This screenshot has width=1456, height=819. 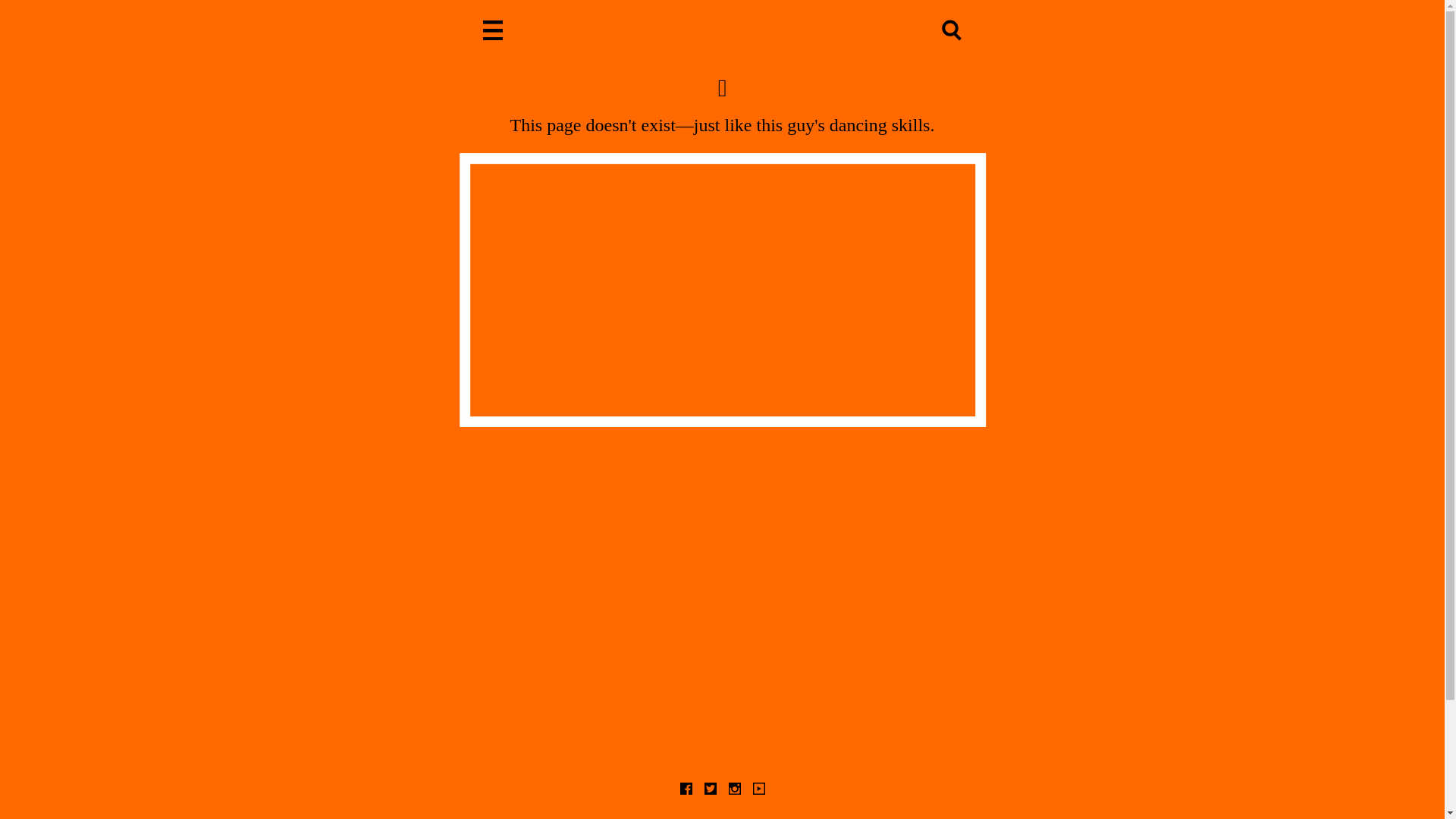 What do you see at coordinates (493, 32) in the screenshot?
I see `'web-page-mockAsset 14'` at bounding box center [493, 32].